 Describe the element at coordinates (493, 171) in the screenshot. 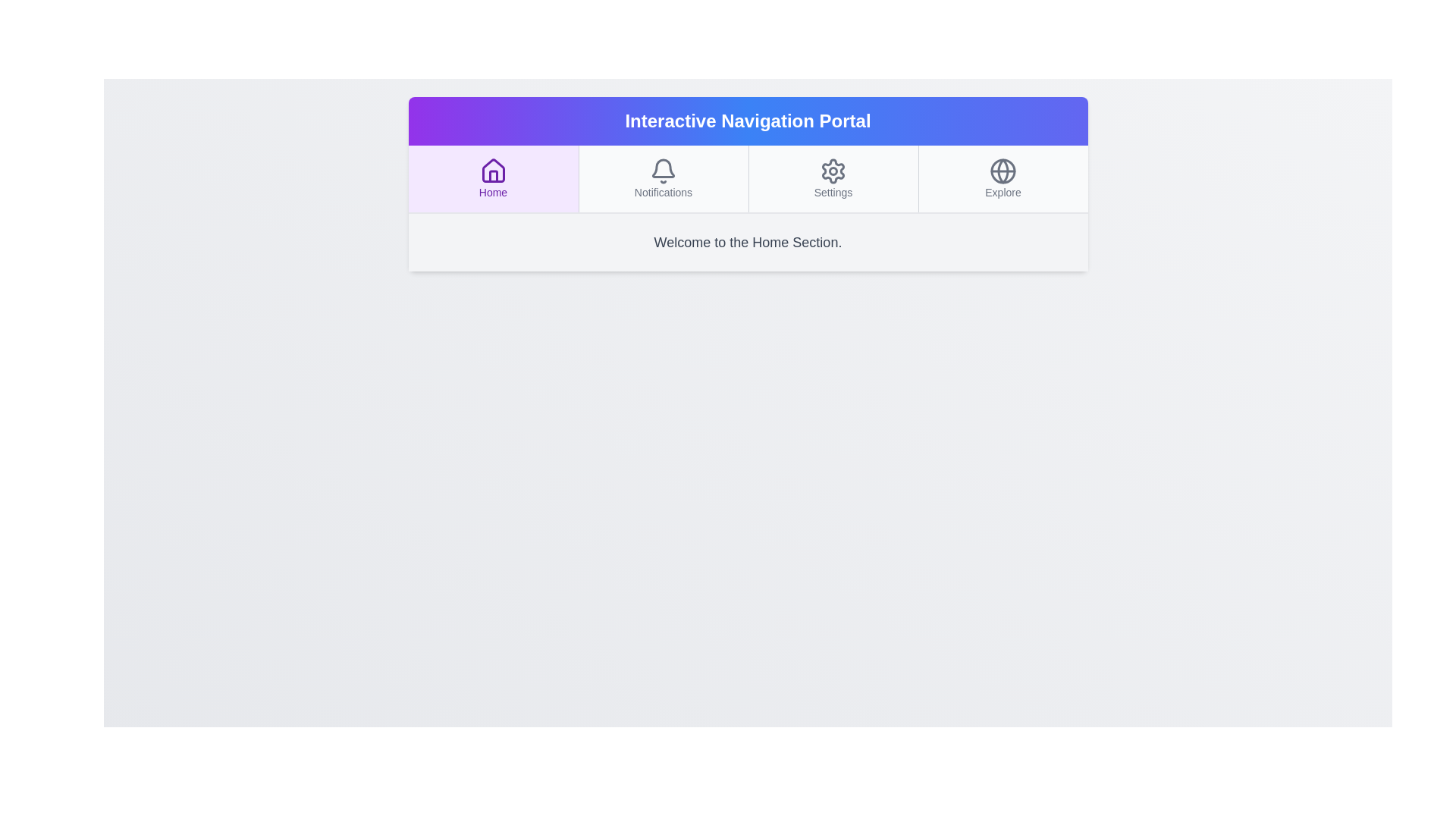

I see `the house icon in the 'Home' menu tab` at that location.